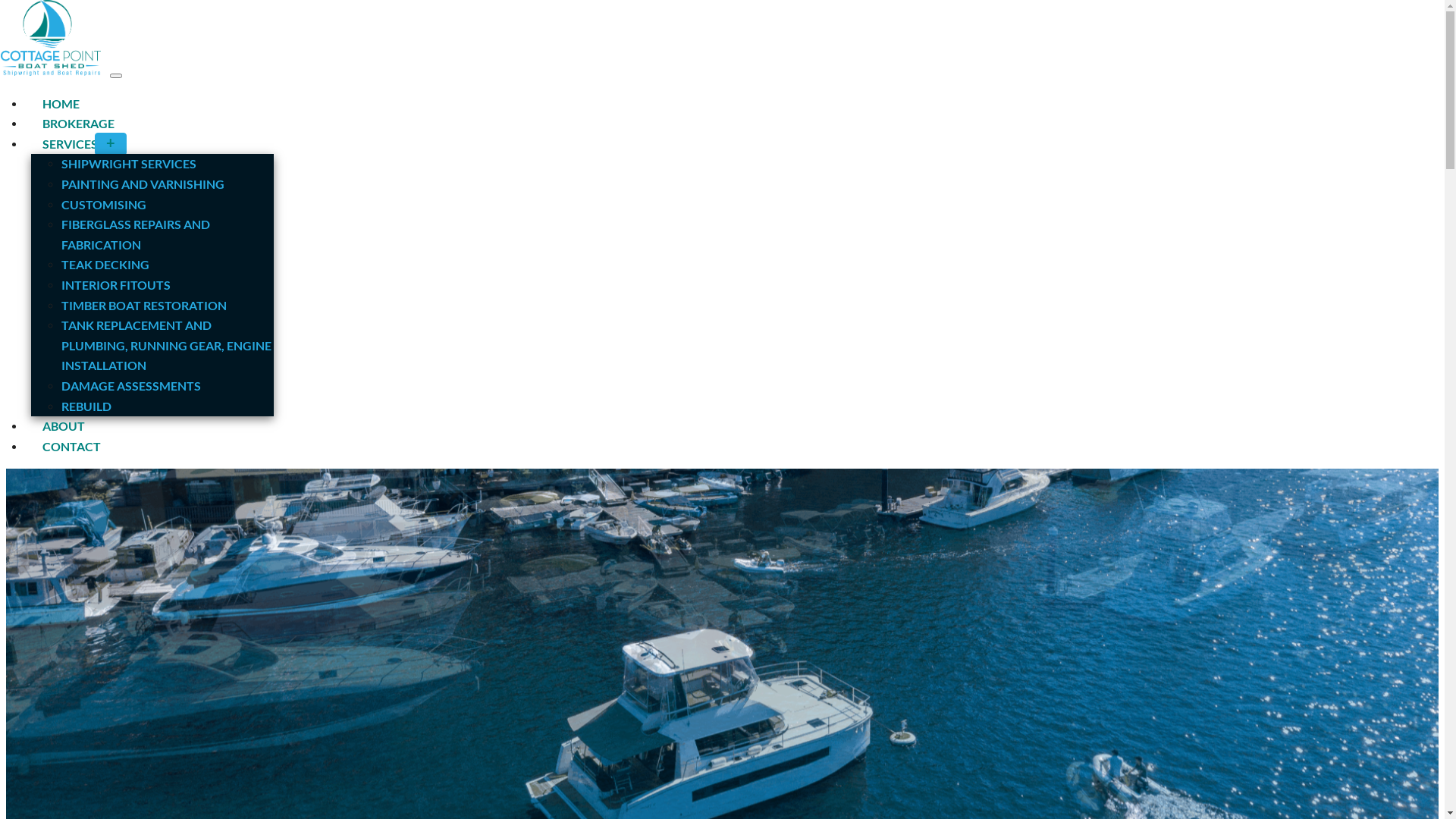 This screenshot has width=1456, height=819. Describe the element at coordinates (144, 305) in the screenshot. I see `'TIMBER BOAT RESTORATION'` at that location.